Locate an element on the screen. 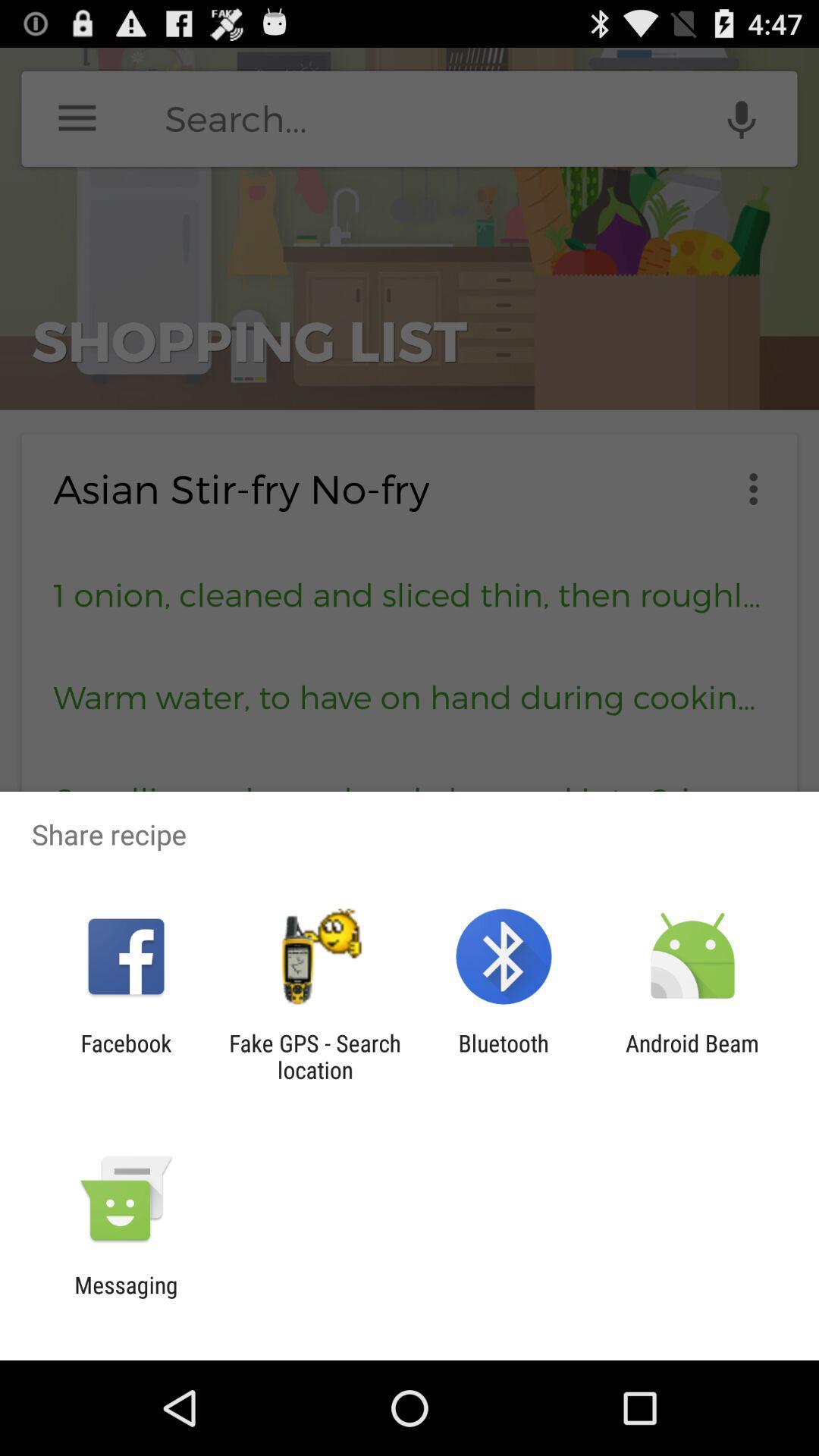 This screenshot has height=1456, width=819. the fake gps search app is located at coordinates (314, 1056).